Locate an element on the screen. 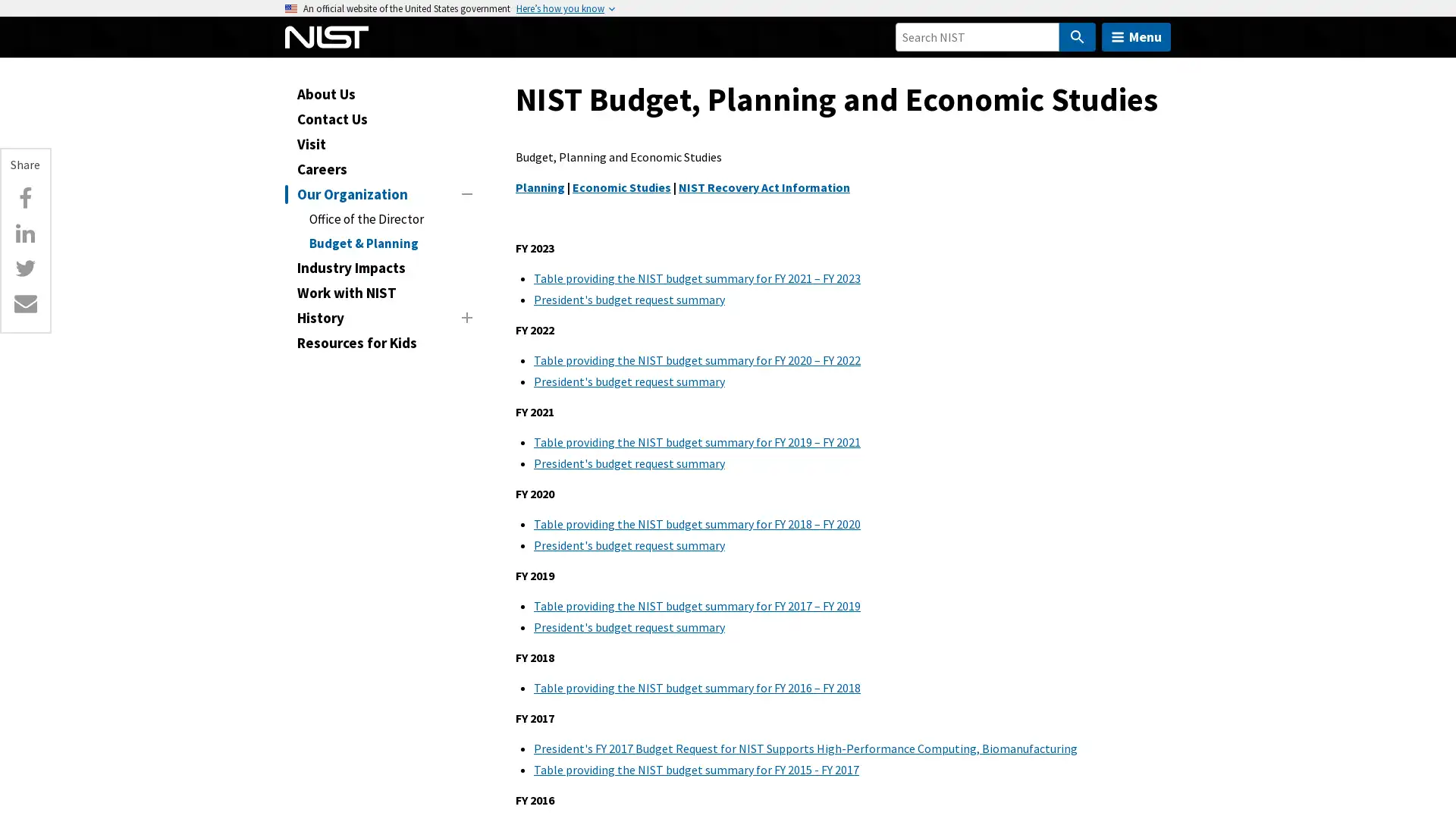  Expand or Collapse is located at coordinates (466, 192).